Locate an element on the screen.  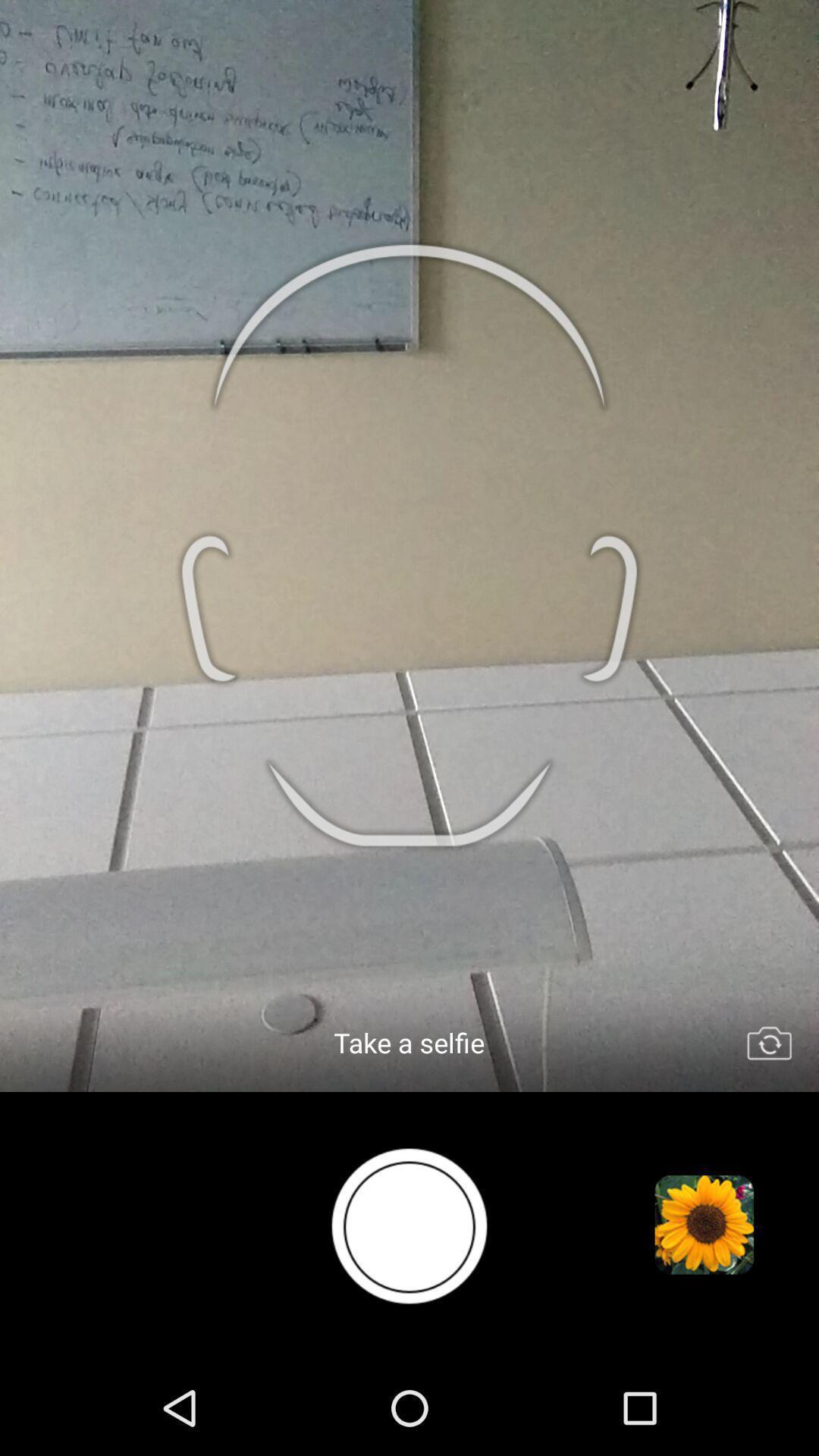
the settings icon is located at coordinates (703, 1311).